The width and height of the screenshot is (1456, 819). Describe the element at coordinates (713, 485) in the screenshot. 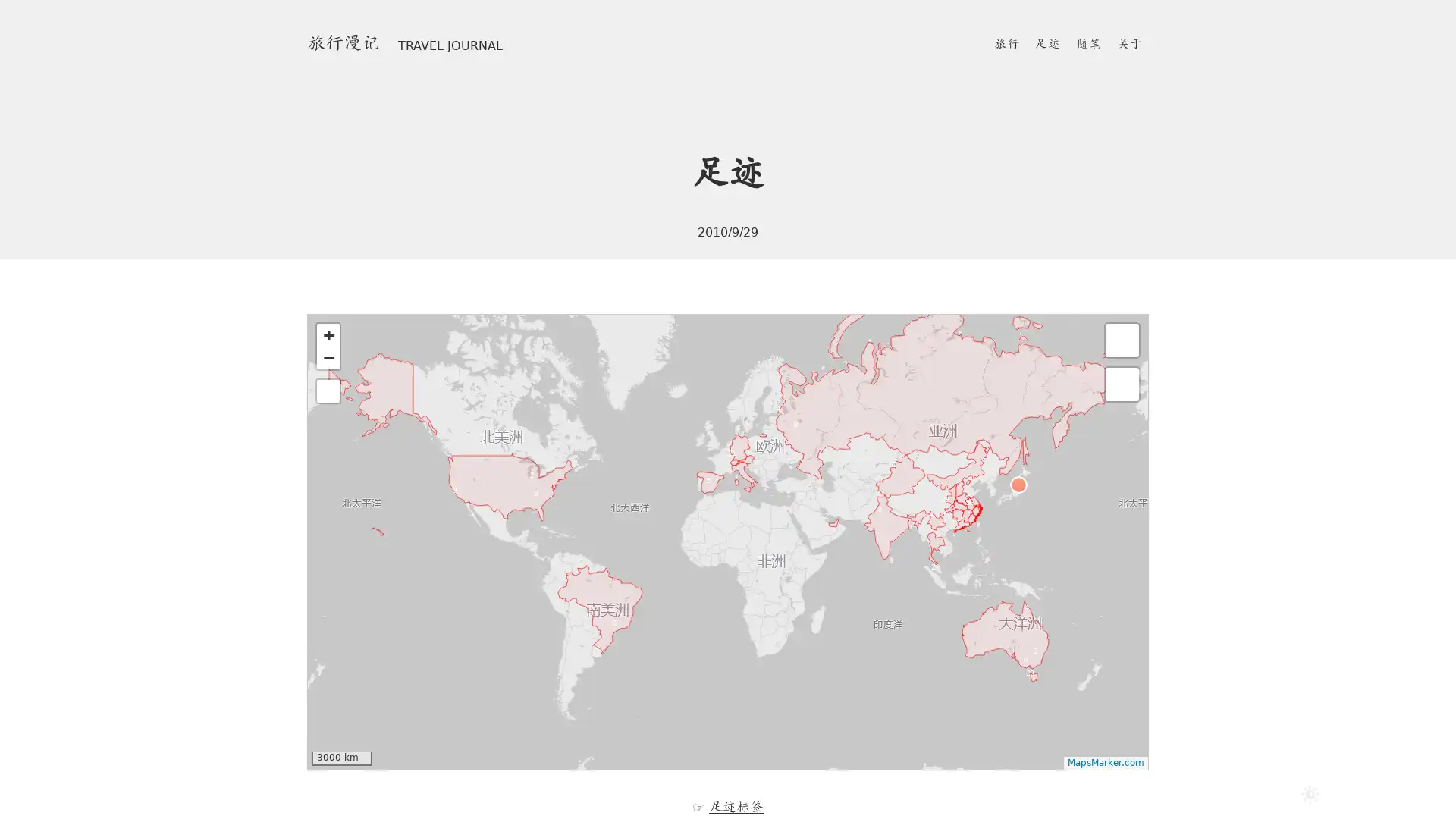

I see `5` at that location.